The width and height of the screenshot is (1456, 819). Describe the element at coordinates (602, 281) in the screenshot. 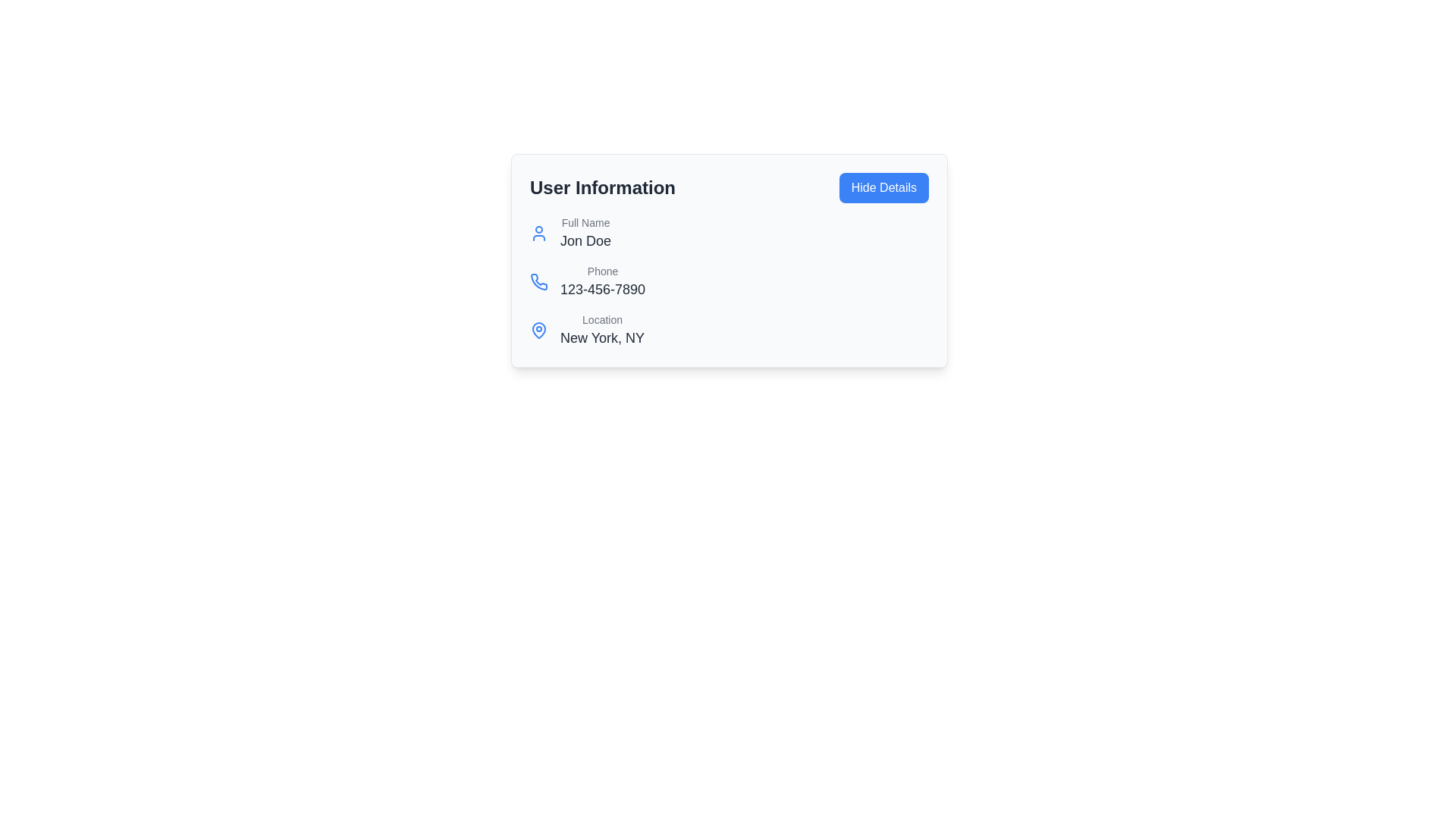

I see `phone number displayed in the 'Phone' text label located within the 'User Information' card, positioned below the 'Full Name' section and above the 'Location' section, to the right of a phone icon` at that location.